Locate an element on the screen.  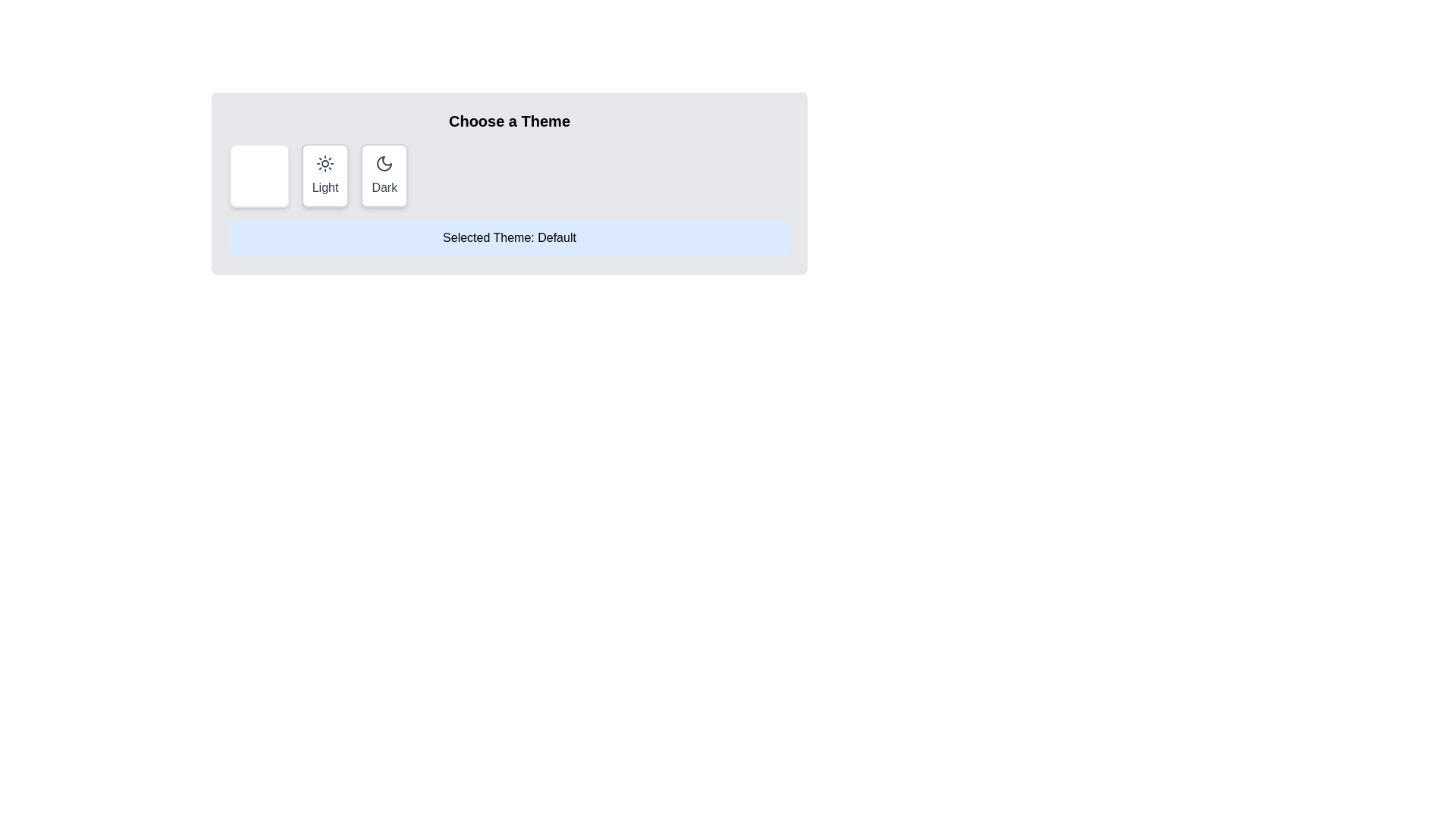
the decorative circular vector graphic representing a globe, located within the leftmost button of the 'Choose a Theme' section is located at coordinates (259, 164).